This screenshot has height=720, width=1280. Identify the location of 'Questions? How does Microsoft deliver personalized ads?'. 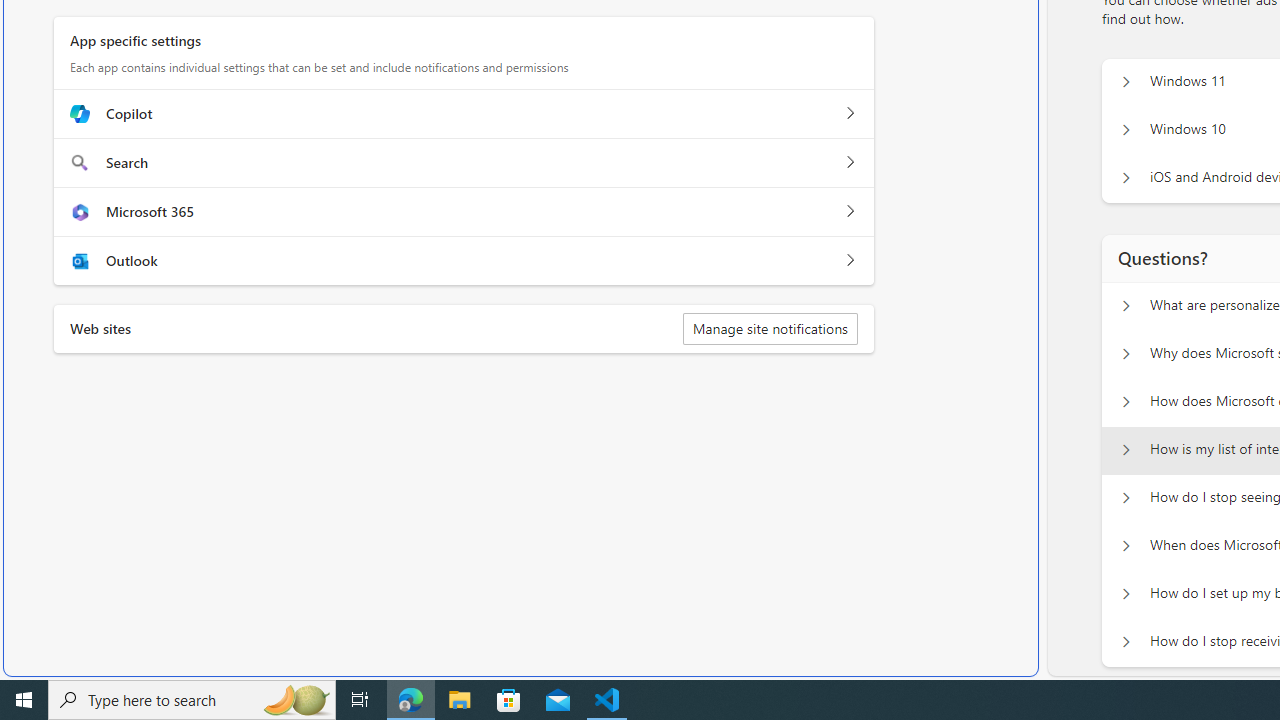
(1125, 402).